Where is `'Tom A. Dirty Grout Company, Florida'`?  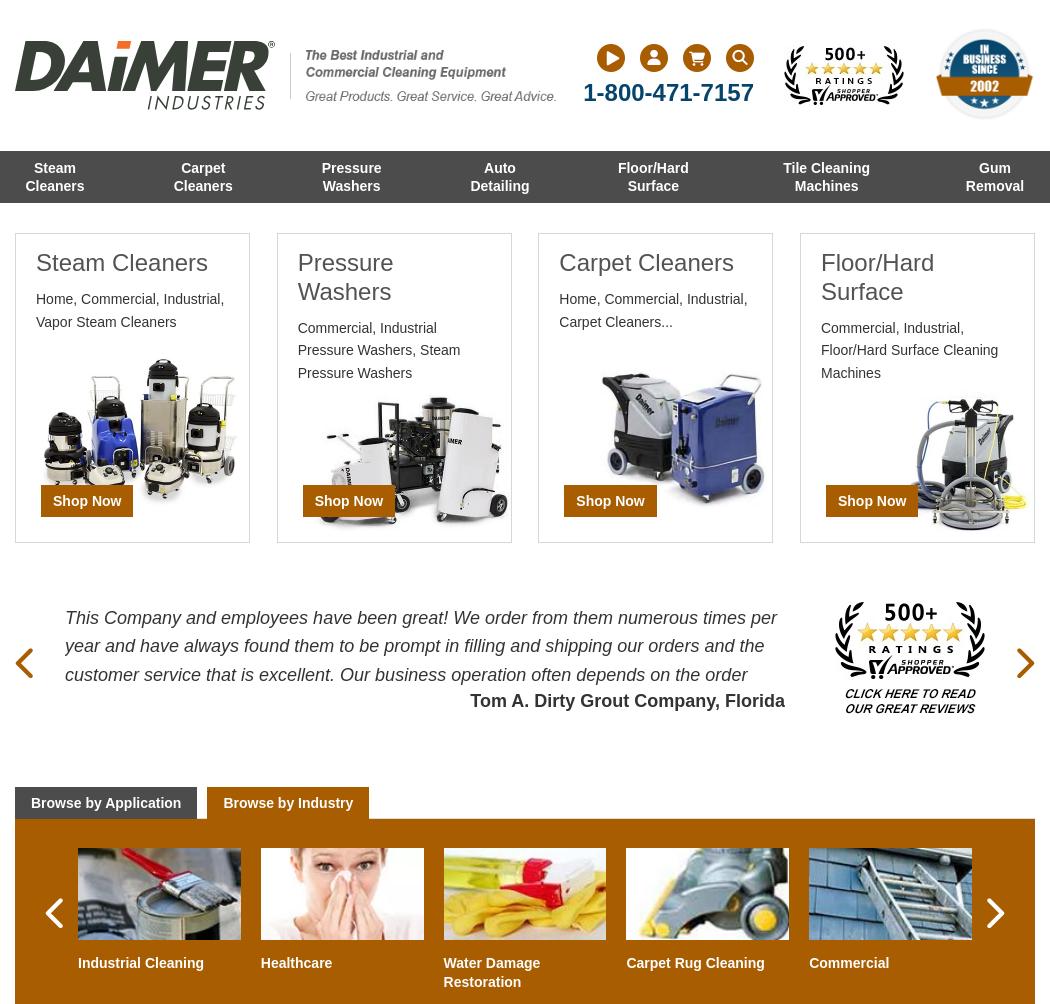 'Tom A. Dirty Grout Company, Florida' is located at coordinates (627, 698).